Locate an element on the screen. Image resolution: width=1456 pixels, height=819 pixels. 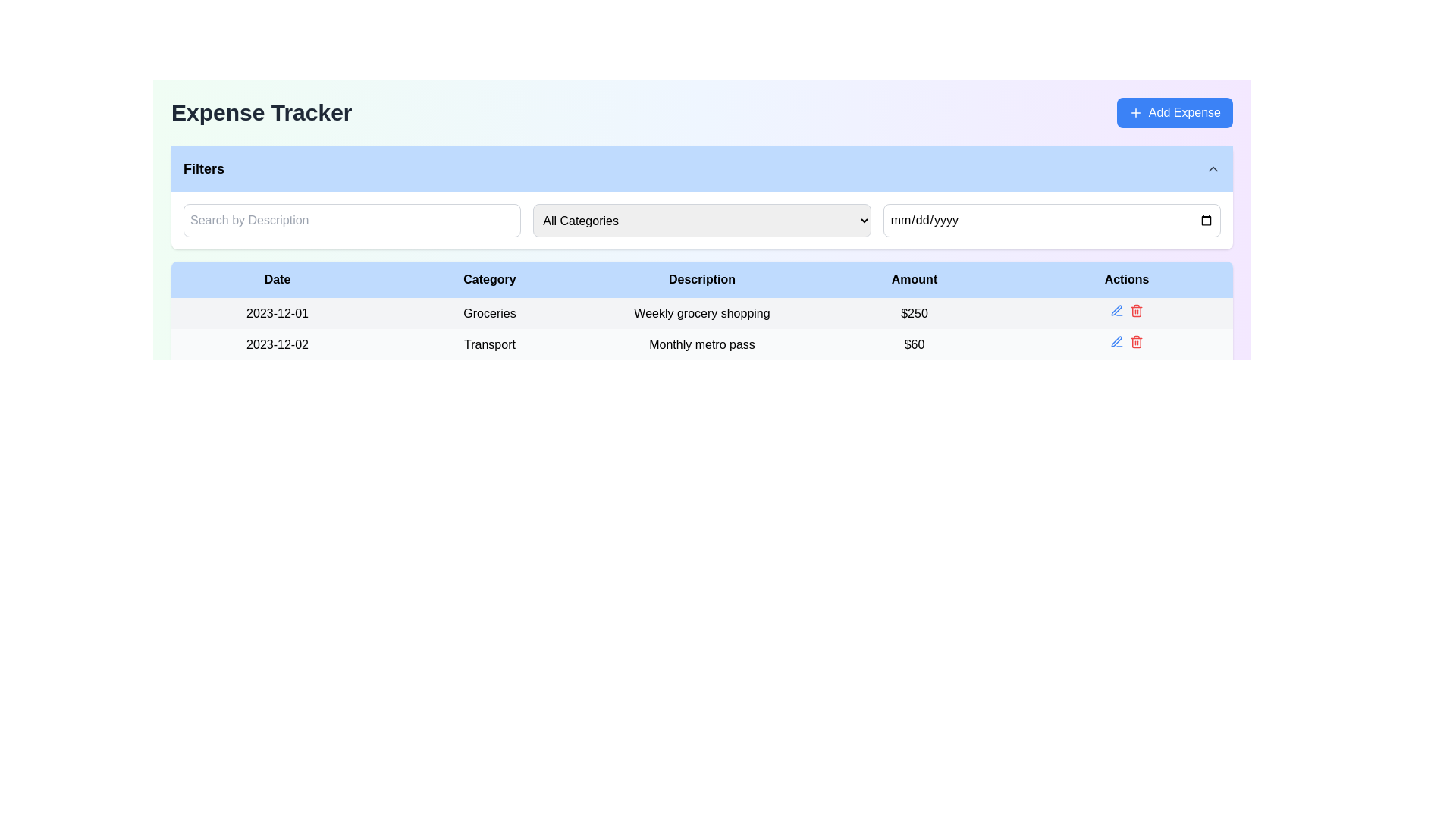
the 'Add Expense' button located at the top-right corner of the interface, styled with a blue background and white text is located at coordinates (1174, 112).